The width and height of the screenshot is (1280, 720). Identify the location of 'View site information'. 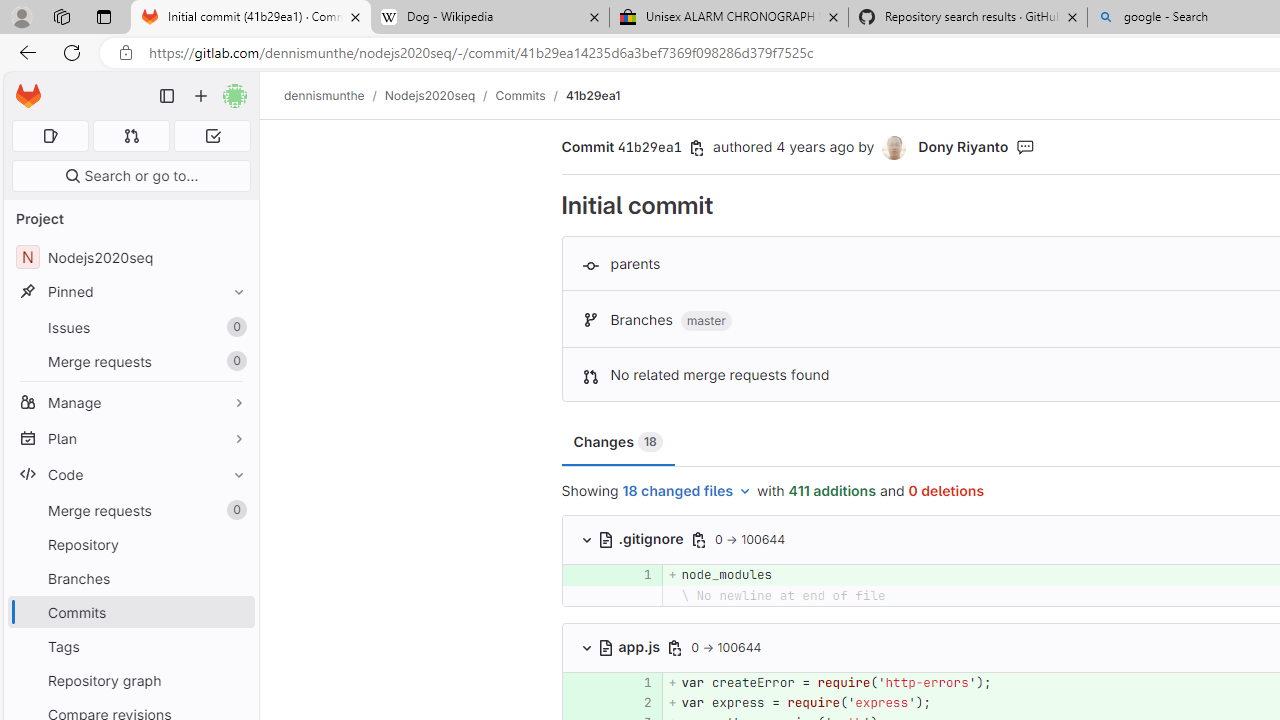
(125, 52).